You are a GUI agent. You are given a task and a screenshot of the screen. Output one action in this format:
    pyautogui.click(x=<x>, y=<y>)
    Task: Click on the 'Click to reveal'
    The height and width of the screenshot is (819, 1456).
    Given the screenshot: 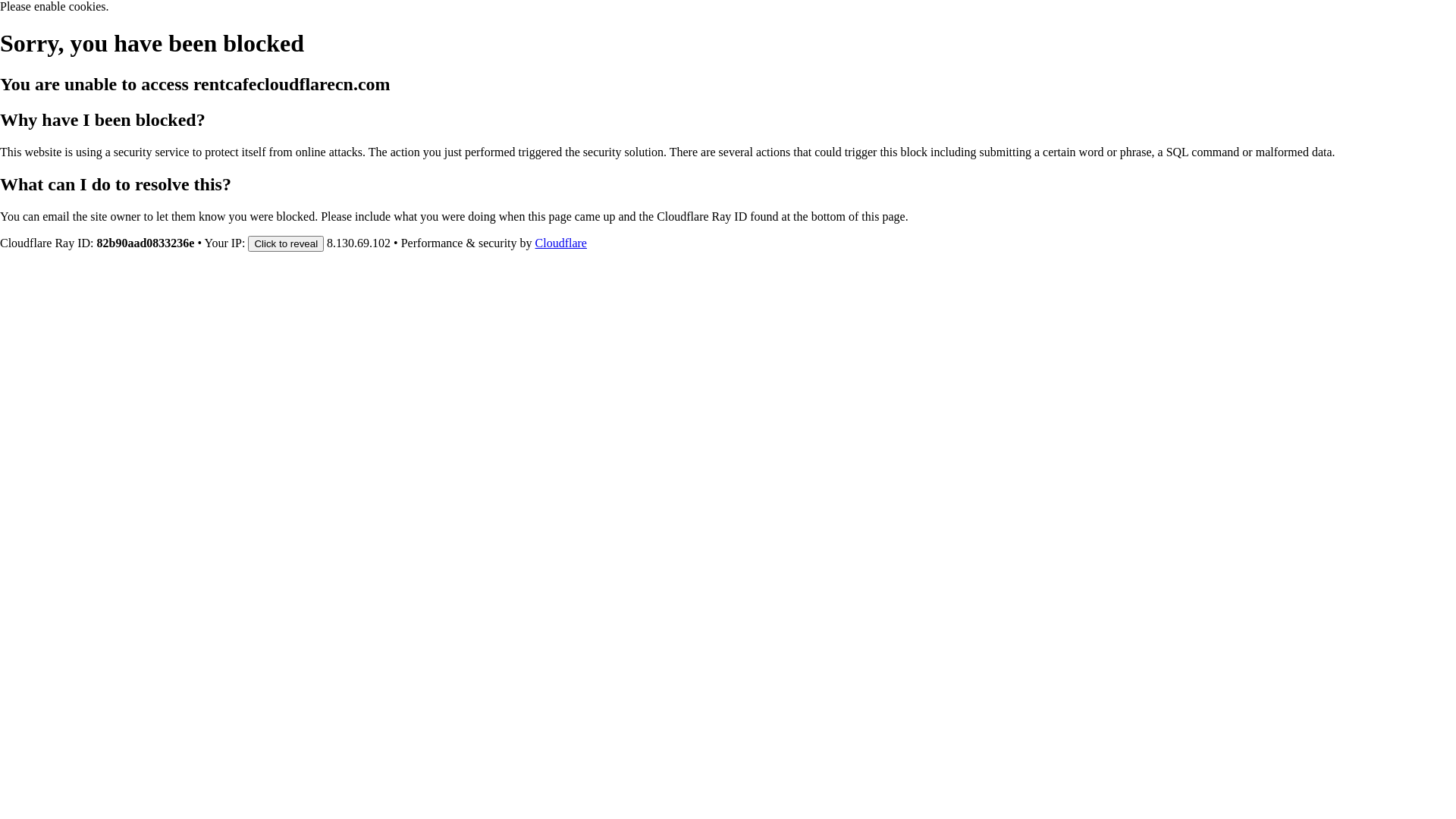 What is the action you would take?
    pyautogui.click(x=286, y=242)
    